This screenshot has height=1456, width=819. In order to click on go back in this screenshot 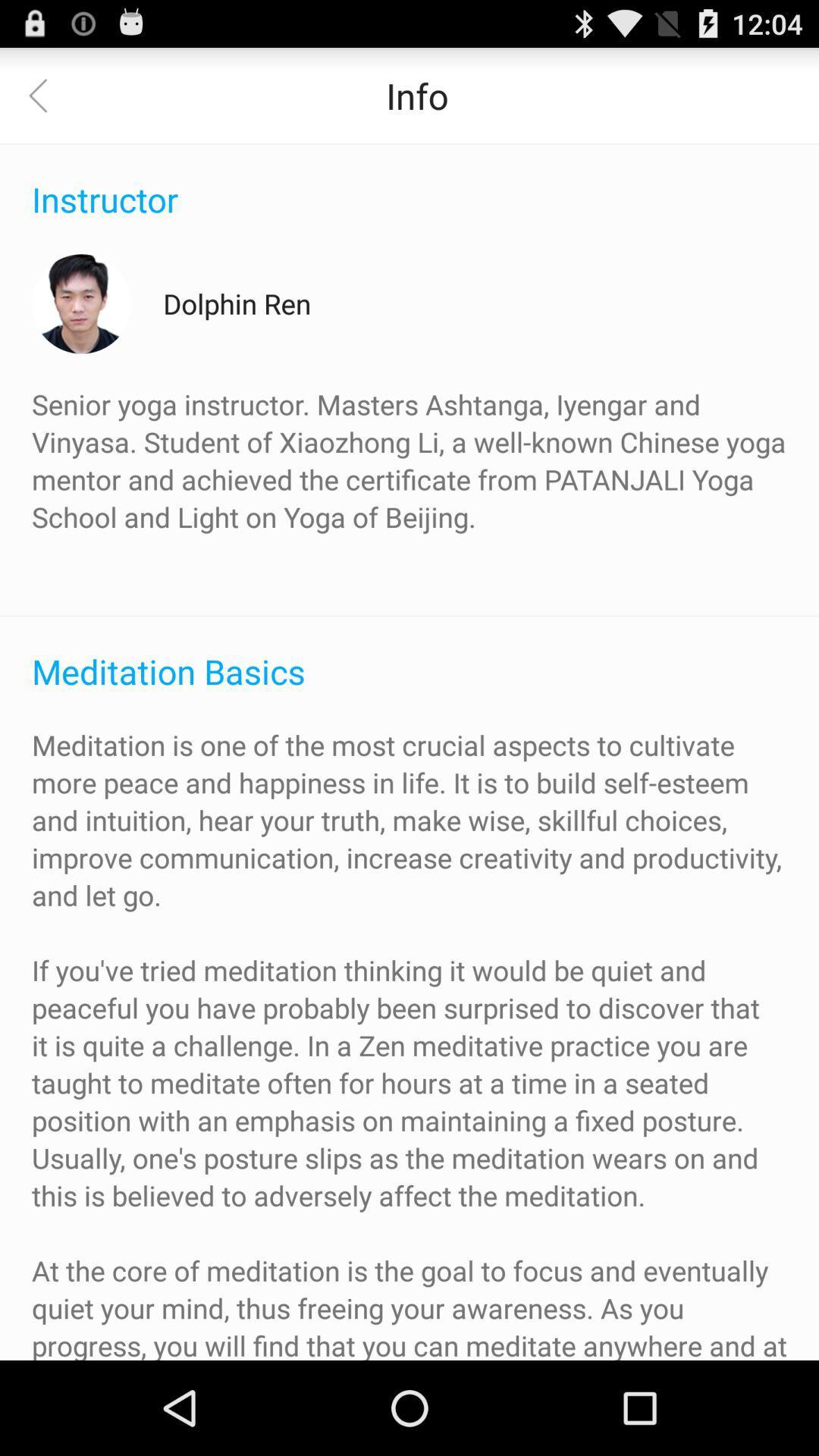, I will do `click(46, 94)`.